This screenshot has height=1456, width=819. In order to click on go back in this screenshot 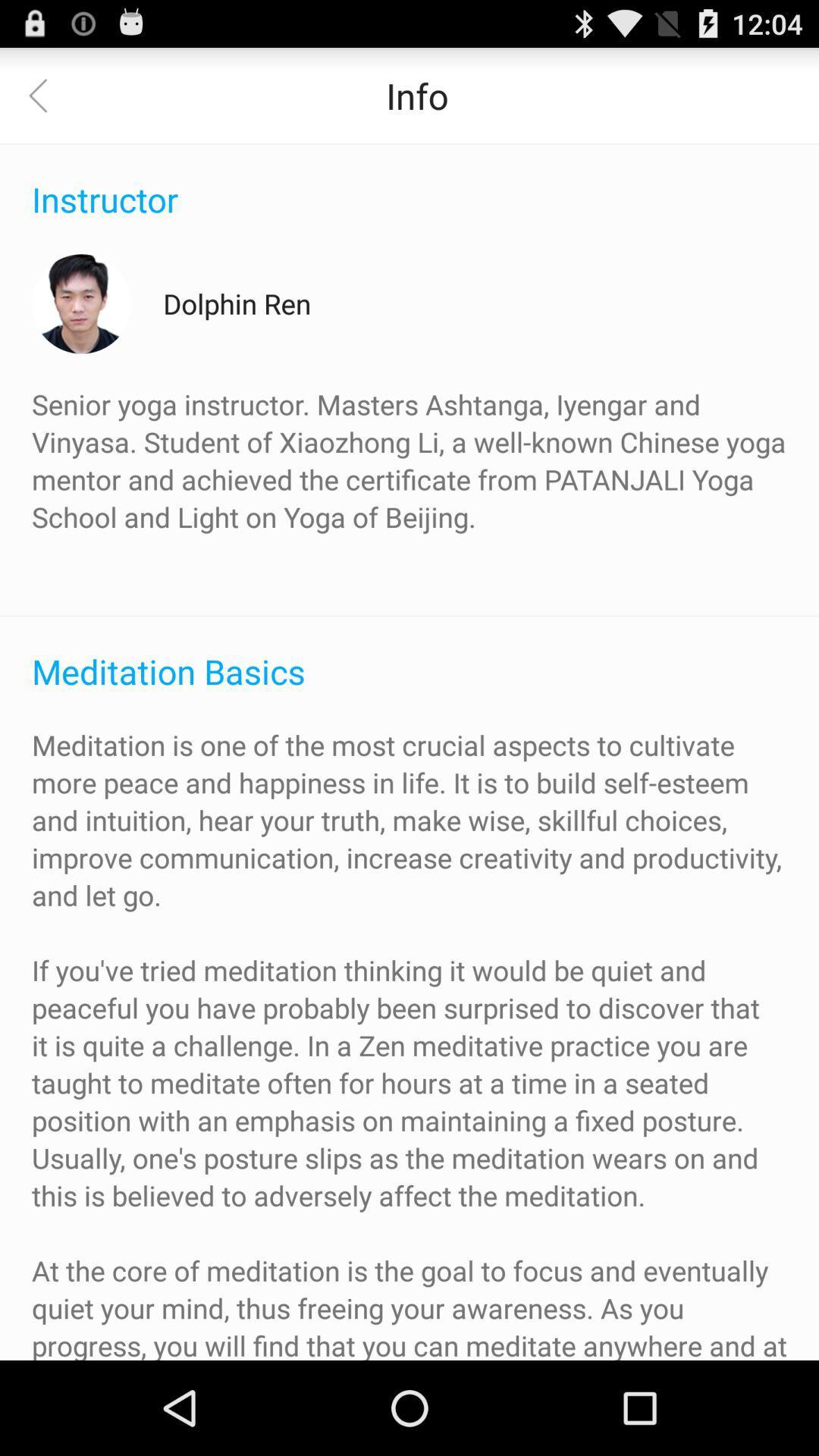, I will do `click(46, 94)`.